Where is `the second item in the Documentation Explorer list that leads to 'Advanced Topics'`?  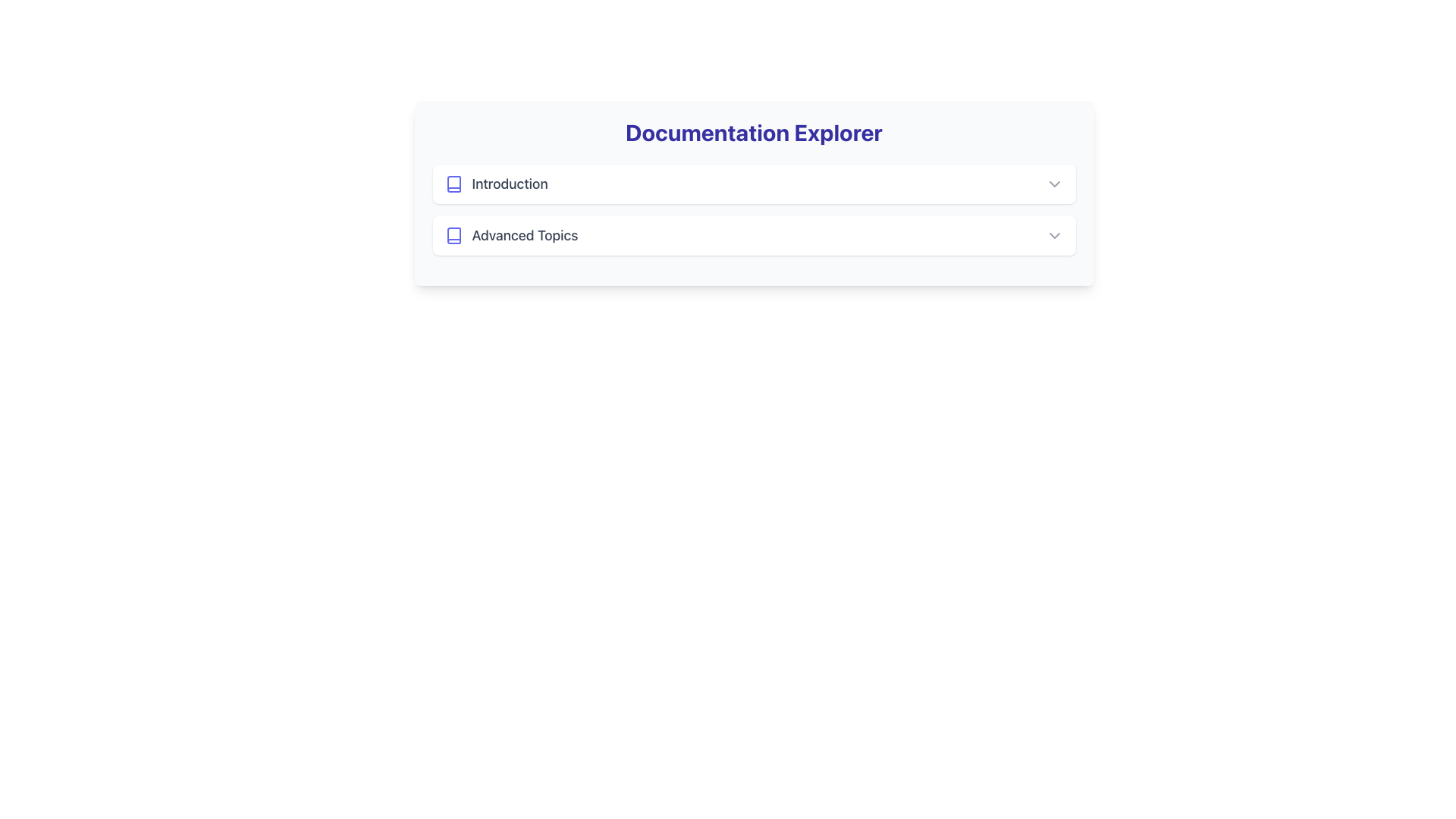
the second item in the Documentation Explorer list that leads to 'Advanced Topics' is located at coordinates (754, 236).